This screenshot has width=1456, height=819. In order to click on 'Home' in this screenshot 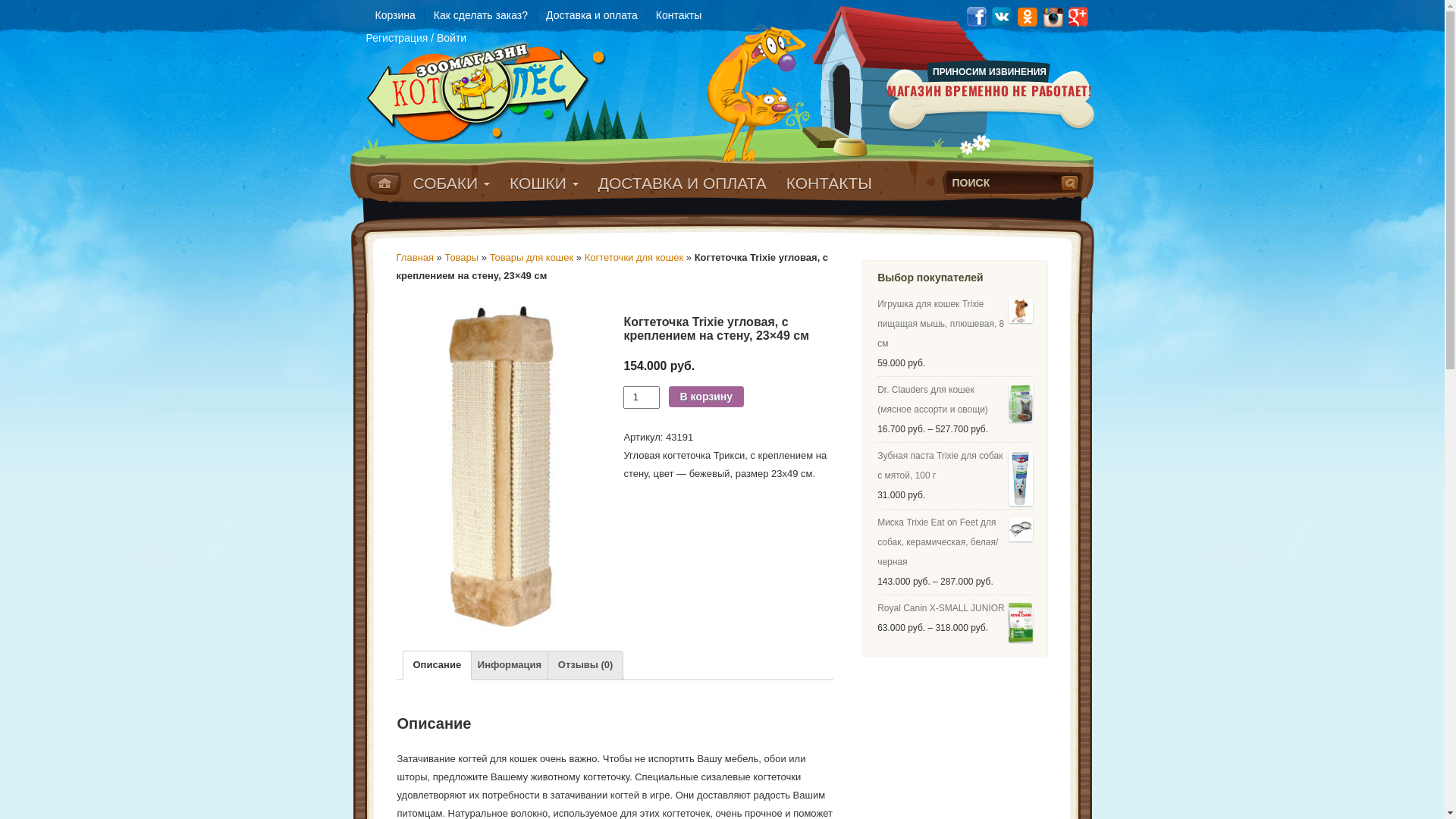, I will do `click(384, 183)`.